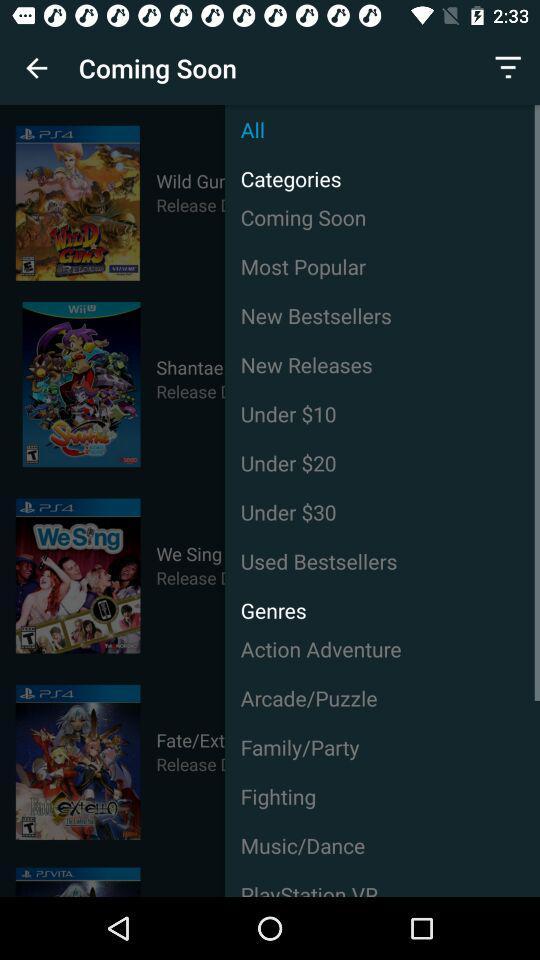  Describe the element at coordinates (382, 648) in the screenshot. I see `the item above arcade/puzzle` at that location.